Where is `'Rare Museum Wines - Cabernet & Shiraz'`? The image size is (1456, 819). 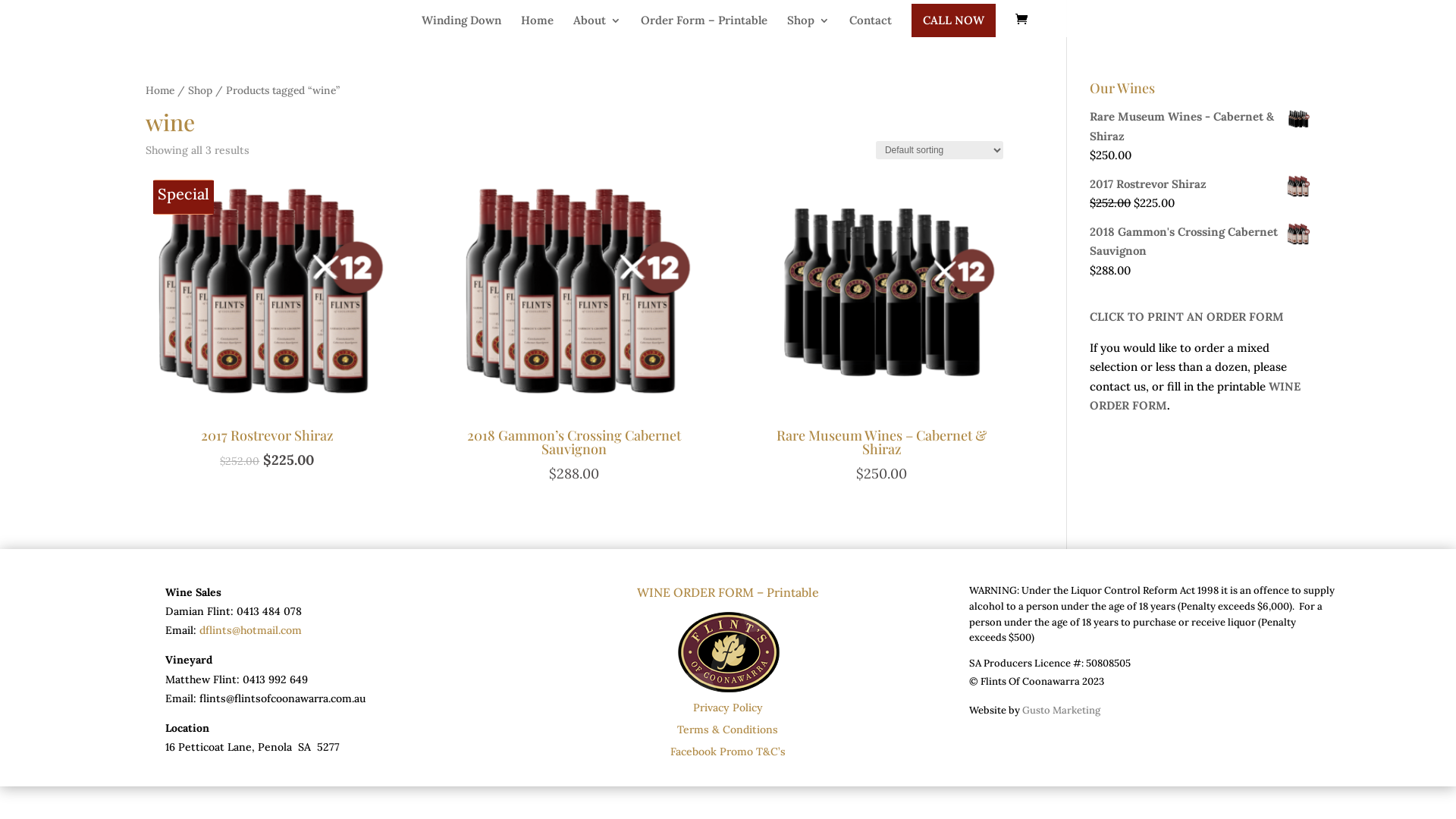 'Rare Museum Wines - Cabernet & Shiraz' is located at coordinates (1199, 125).